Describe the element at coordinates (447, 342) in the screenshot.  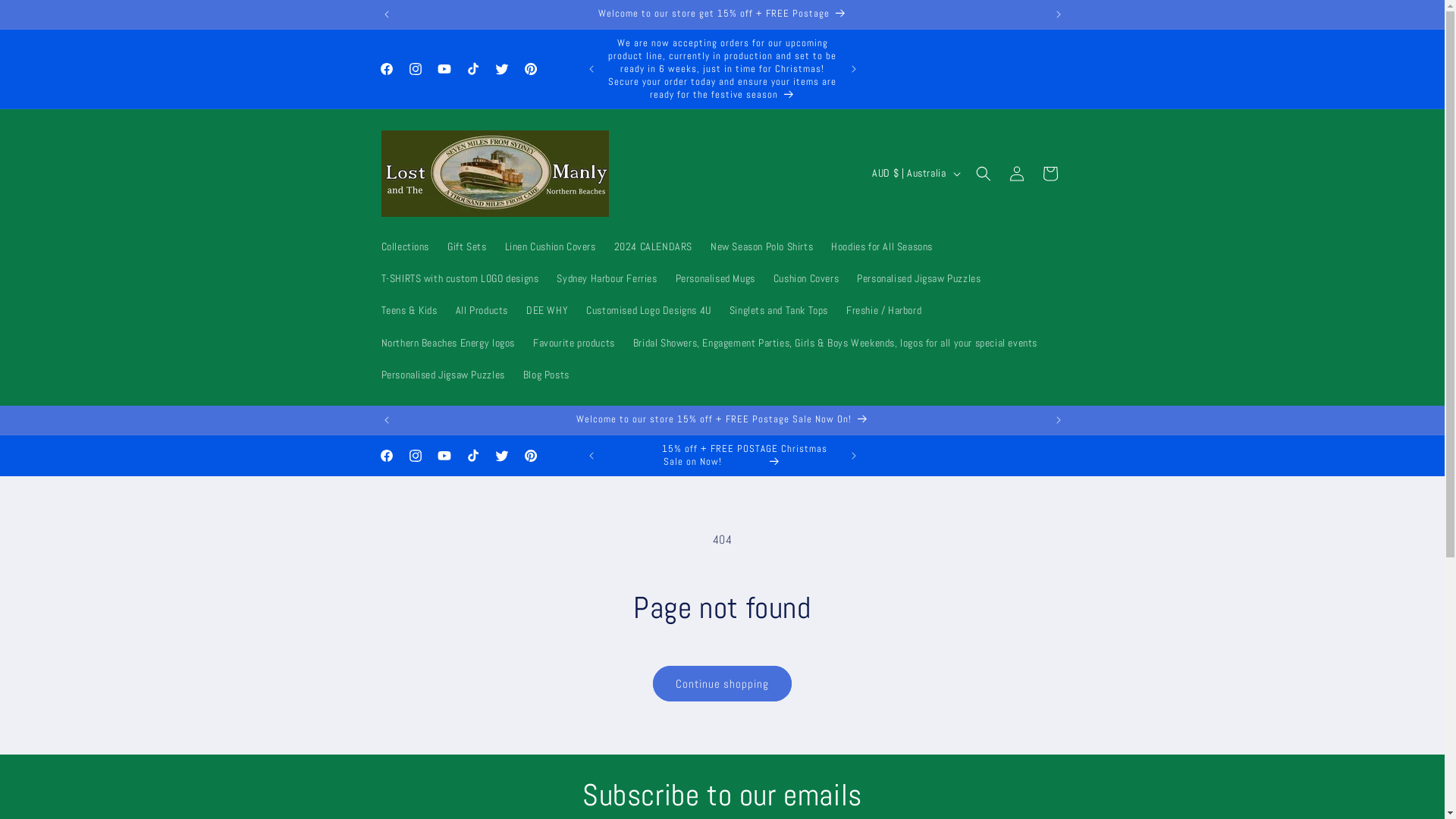
I see `'Northern Beaches Energy logos'` at that location.